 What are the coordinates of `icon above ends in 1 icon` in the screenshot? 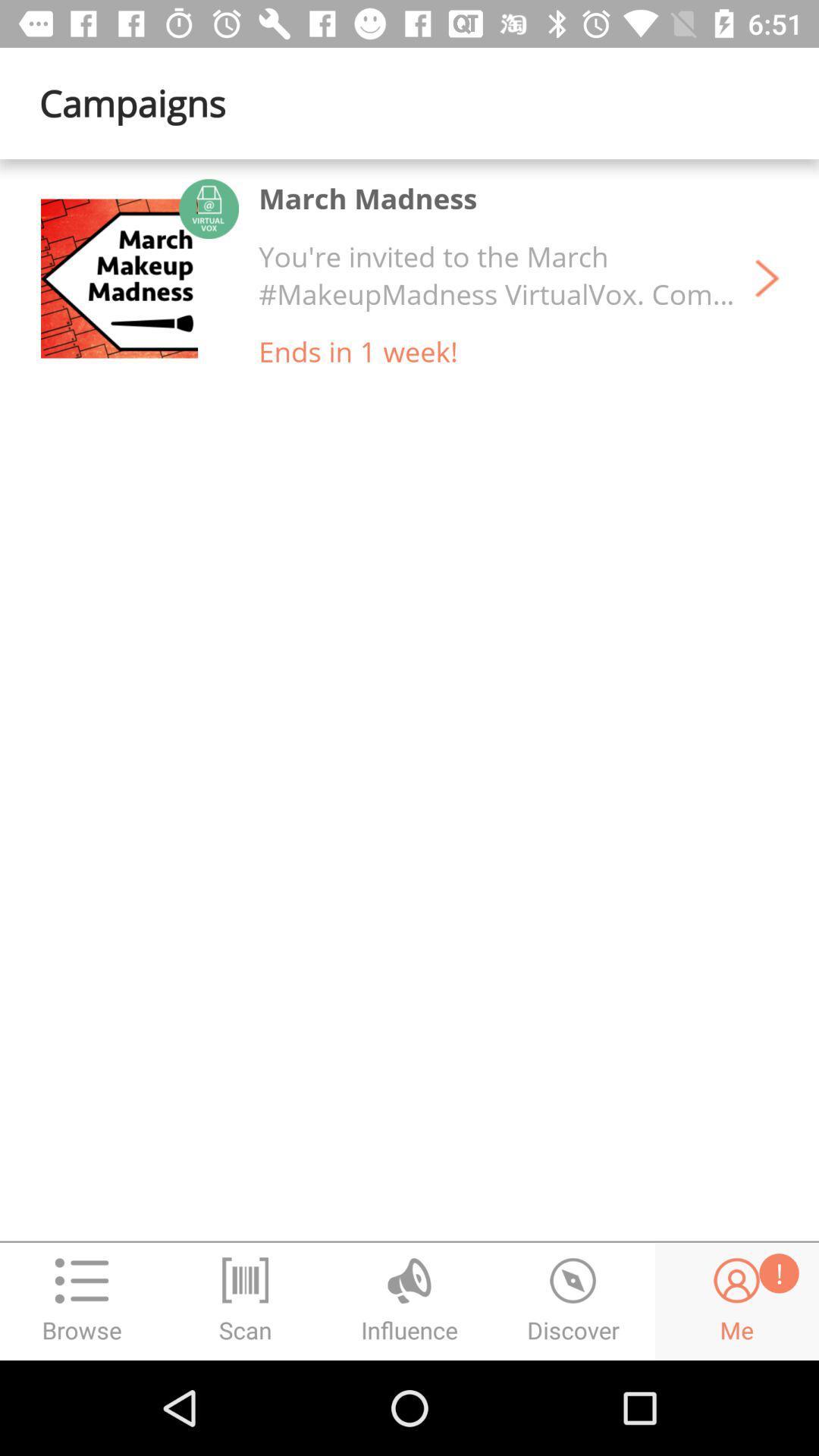 It's located at (497, 275).